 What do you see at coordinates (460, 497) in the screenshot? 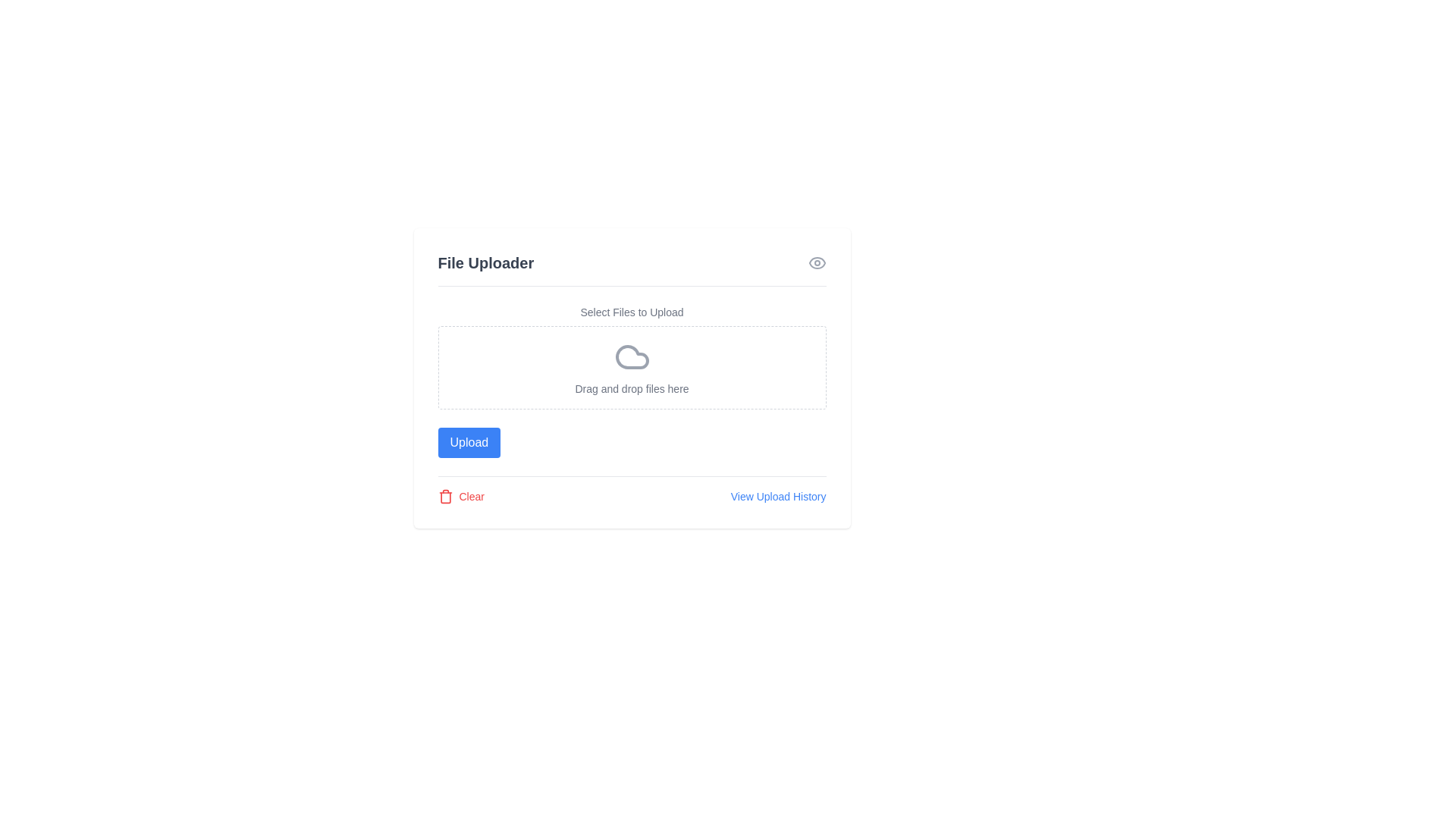
I see `the 'Clear' button, which is styled in red and includes a trash can icon, located towards the bottom left corner of the upload functionalities box` at bounding box center [460, 497].